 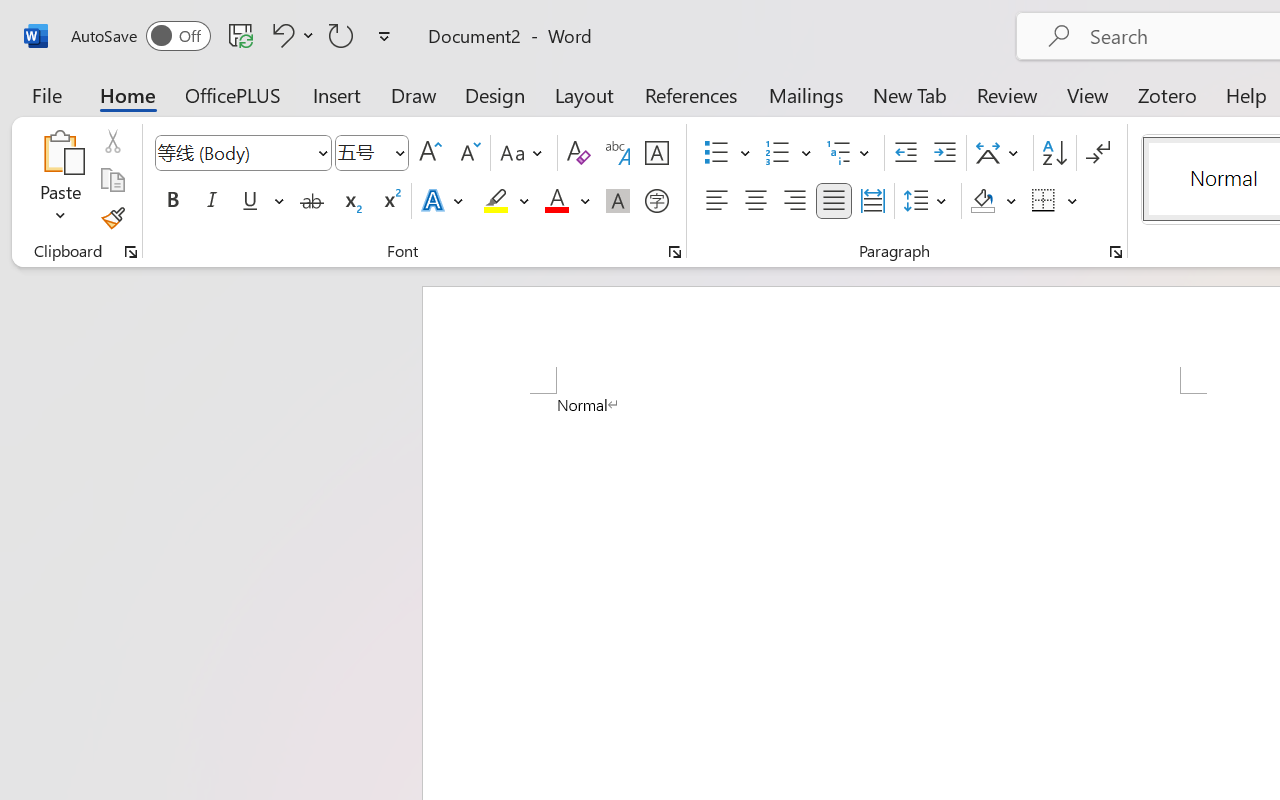 I want to click on 'Strikethrough', so click(x=311, y=201).